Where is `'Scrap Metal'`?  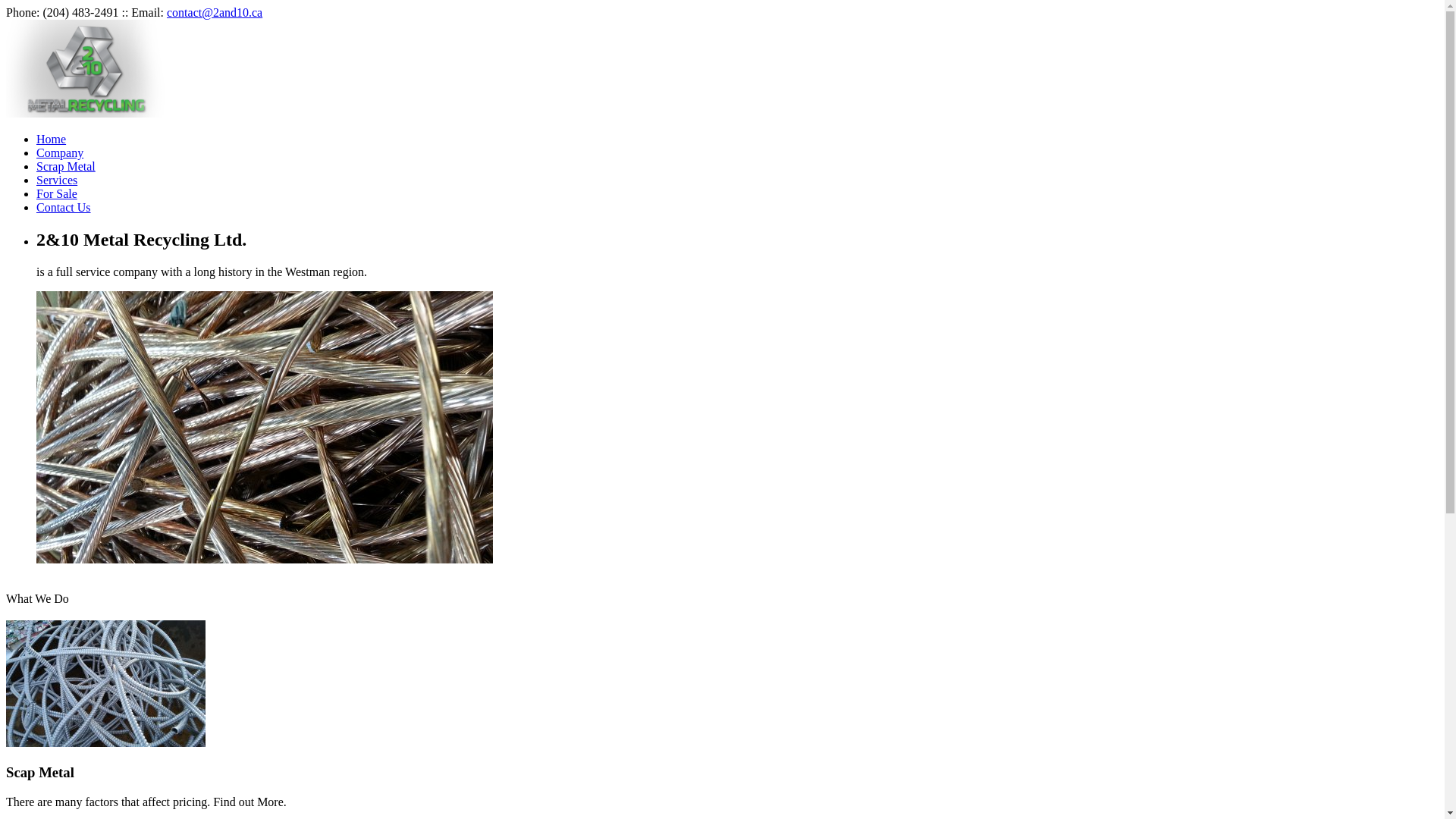 'Scrap Metal' is located at coordinates (64, 166).